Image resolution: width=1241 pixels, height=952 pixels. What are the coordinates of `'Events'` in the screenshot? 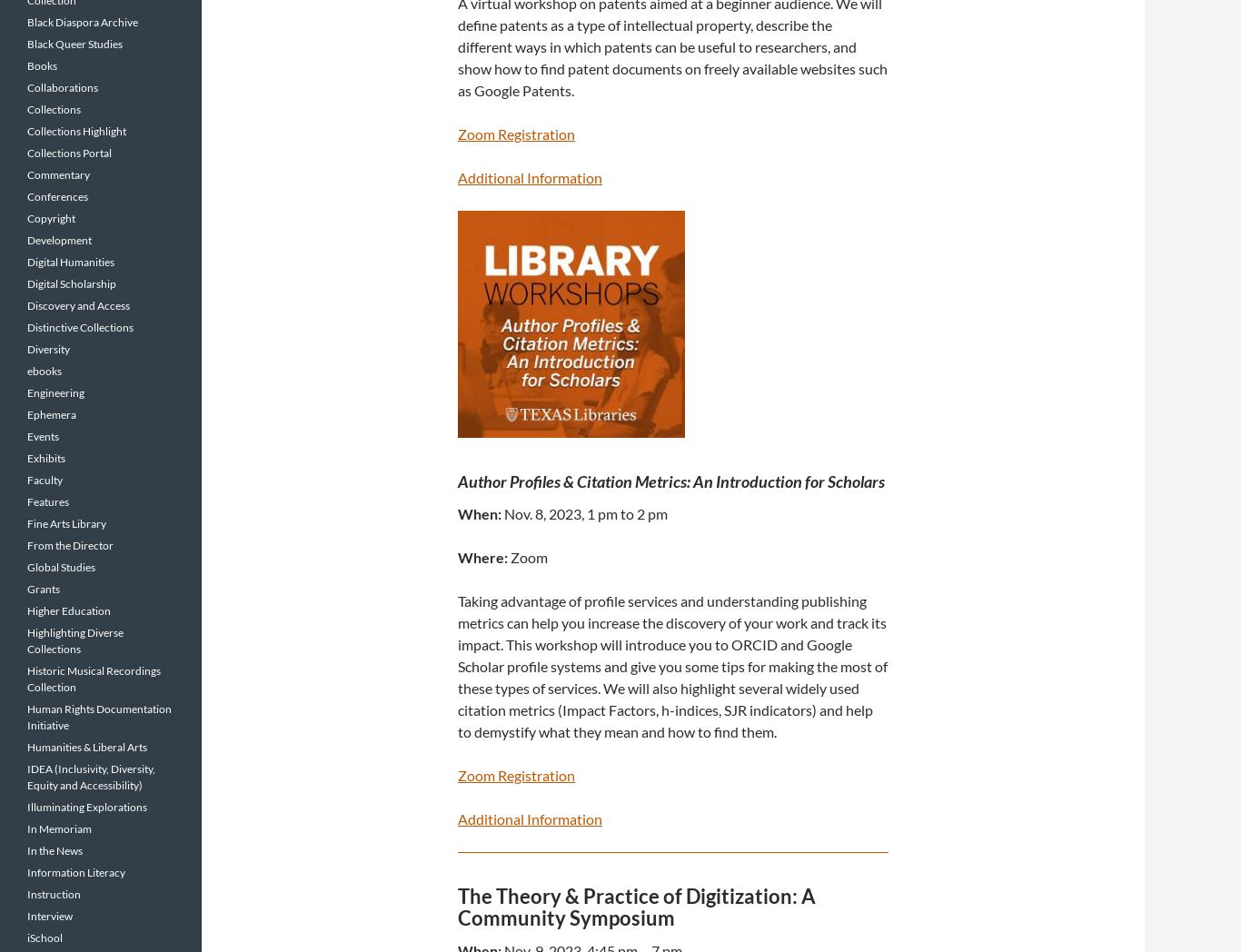 It's located at (43, 435).